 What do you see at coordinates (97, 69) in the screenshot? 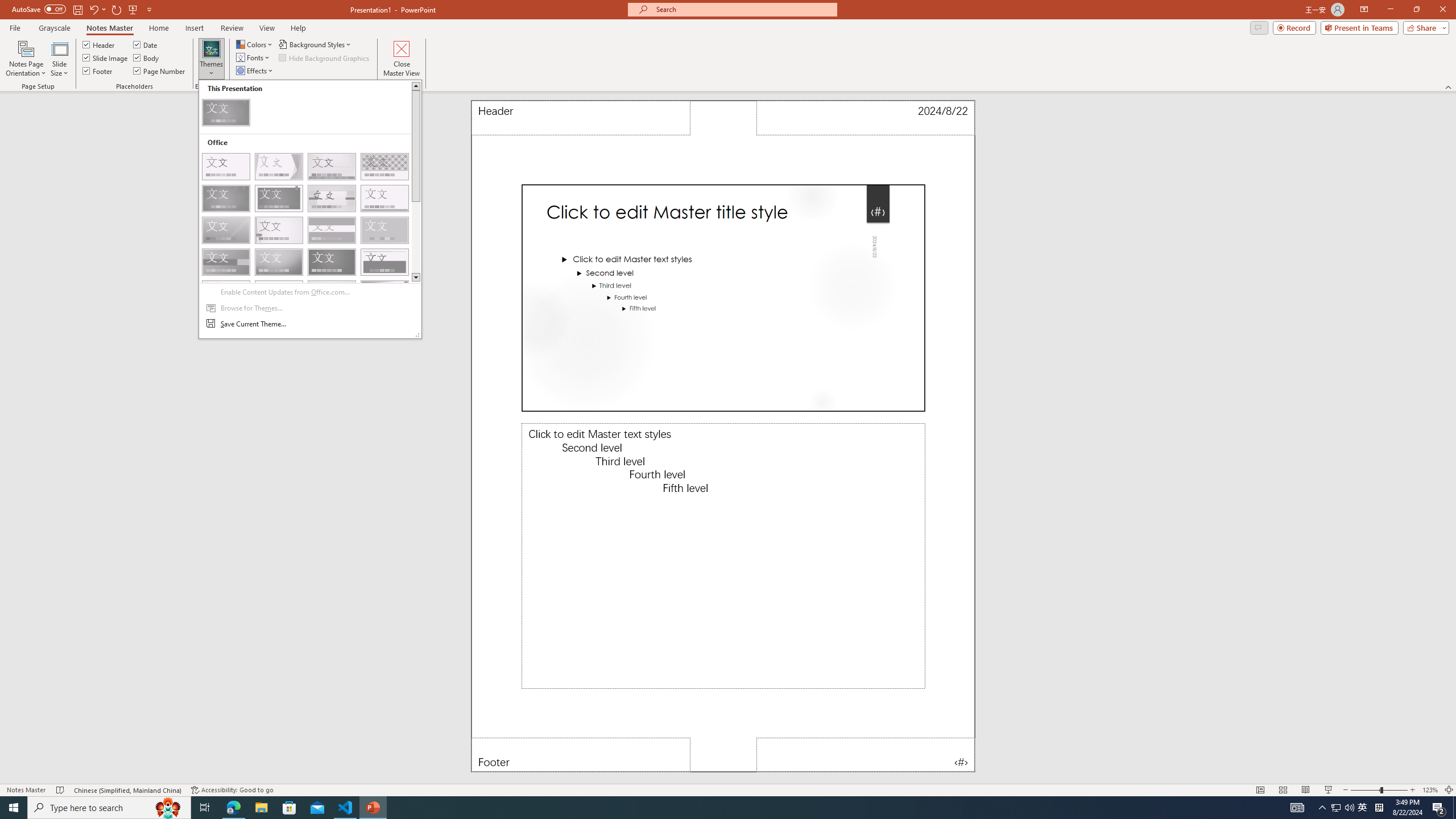
I see `'Footer'` at bounding box center [97, 69].